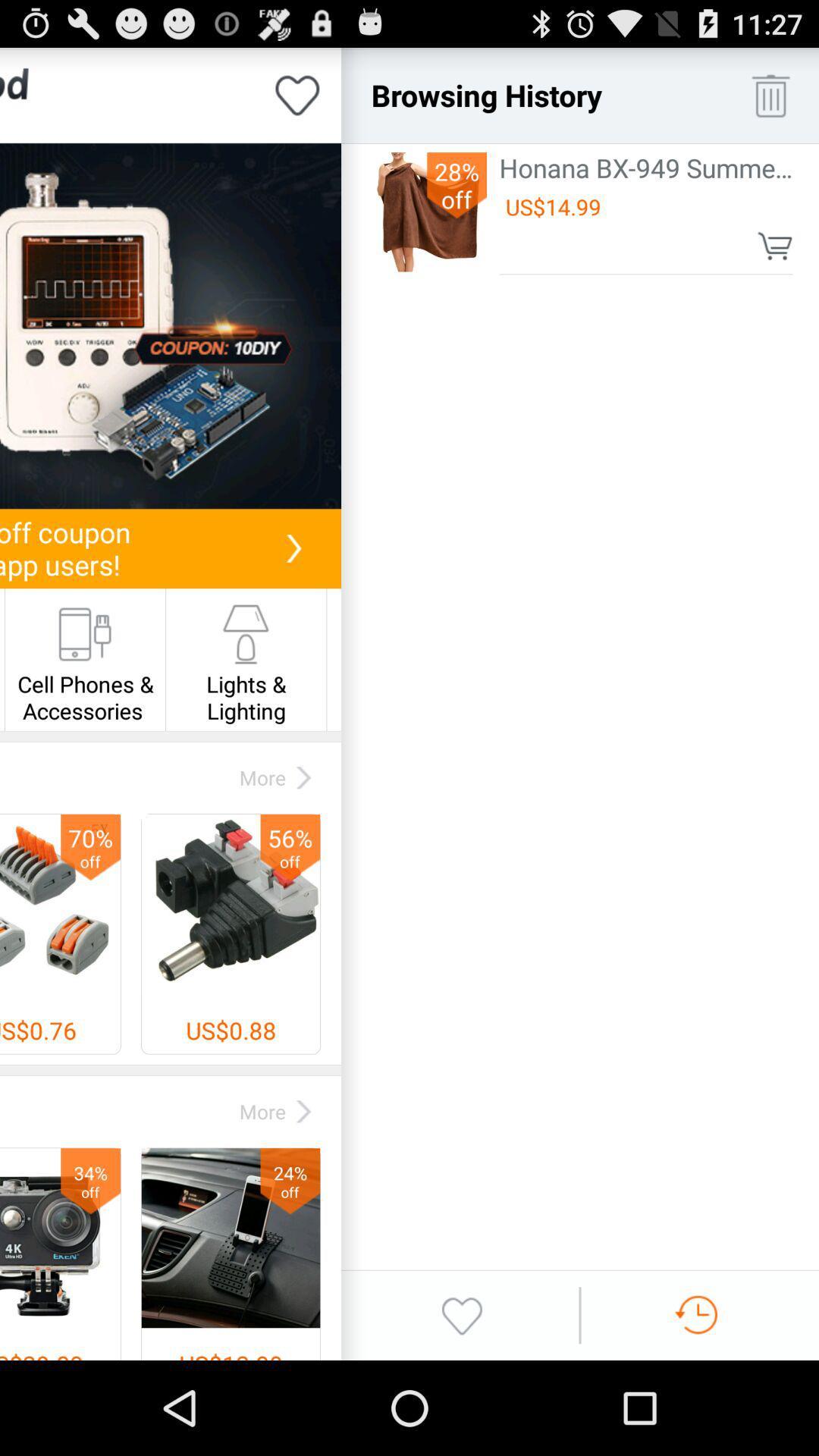  Describe the element at coordinates (774, 246) in the screenshot. I see `item to cart` at that location.